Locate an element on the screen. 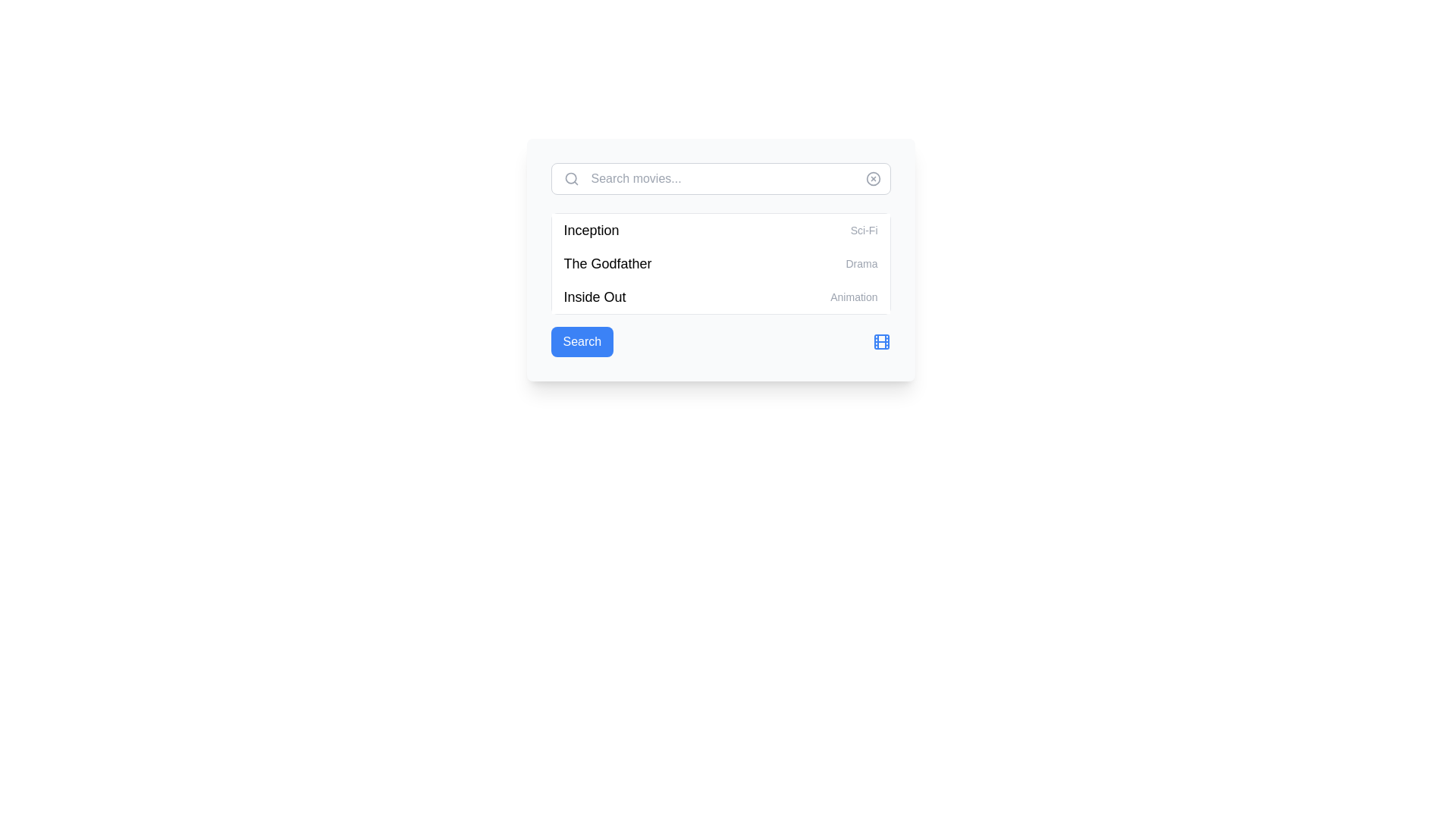 This screenshot has height=819, width=1456. the informational text label indicating the genre 'Animation' for the movie 'Inside Out', which is located to the right of the movie title is located at coordinates (854, 297).